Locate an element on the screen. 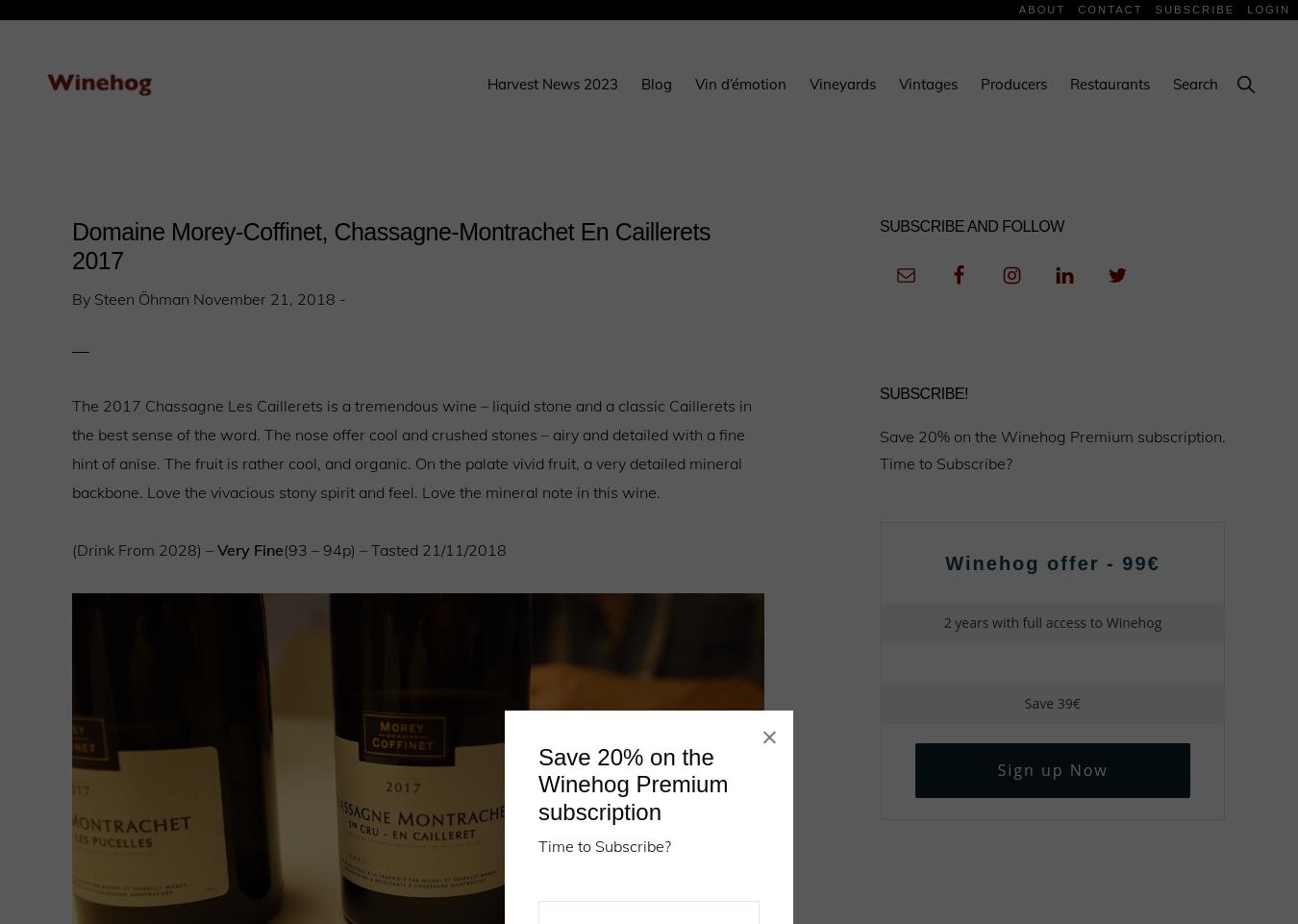  'Contact' is located at coordinates (1078, 8).